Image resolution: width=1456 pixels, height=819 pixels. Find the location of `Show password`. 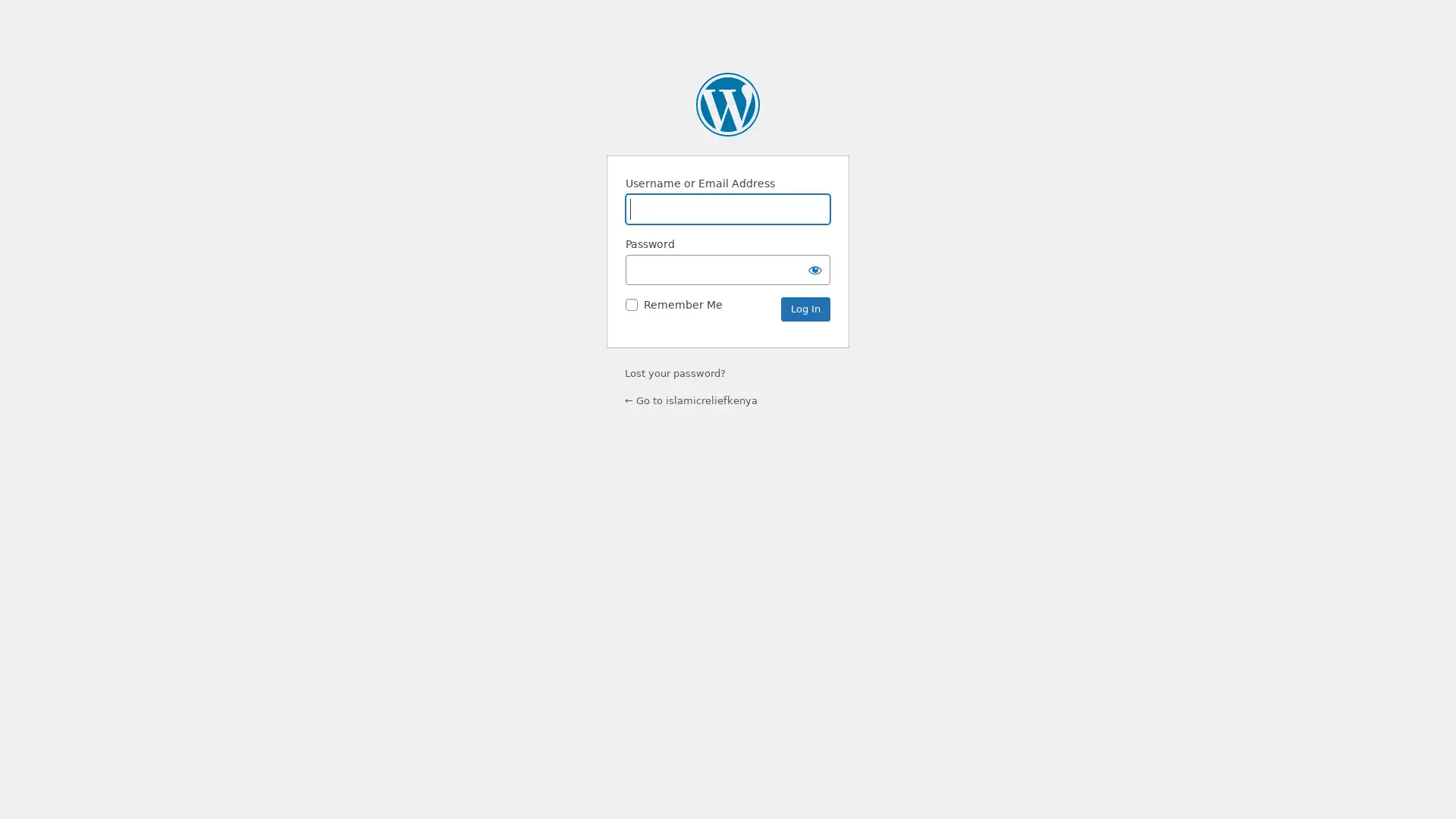

Show password is located at coordinates (814, 268).